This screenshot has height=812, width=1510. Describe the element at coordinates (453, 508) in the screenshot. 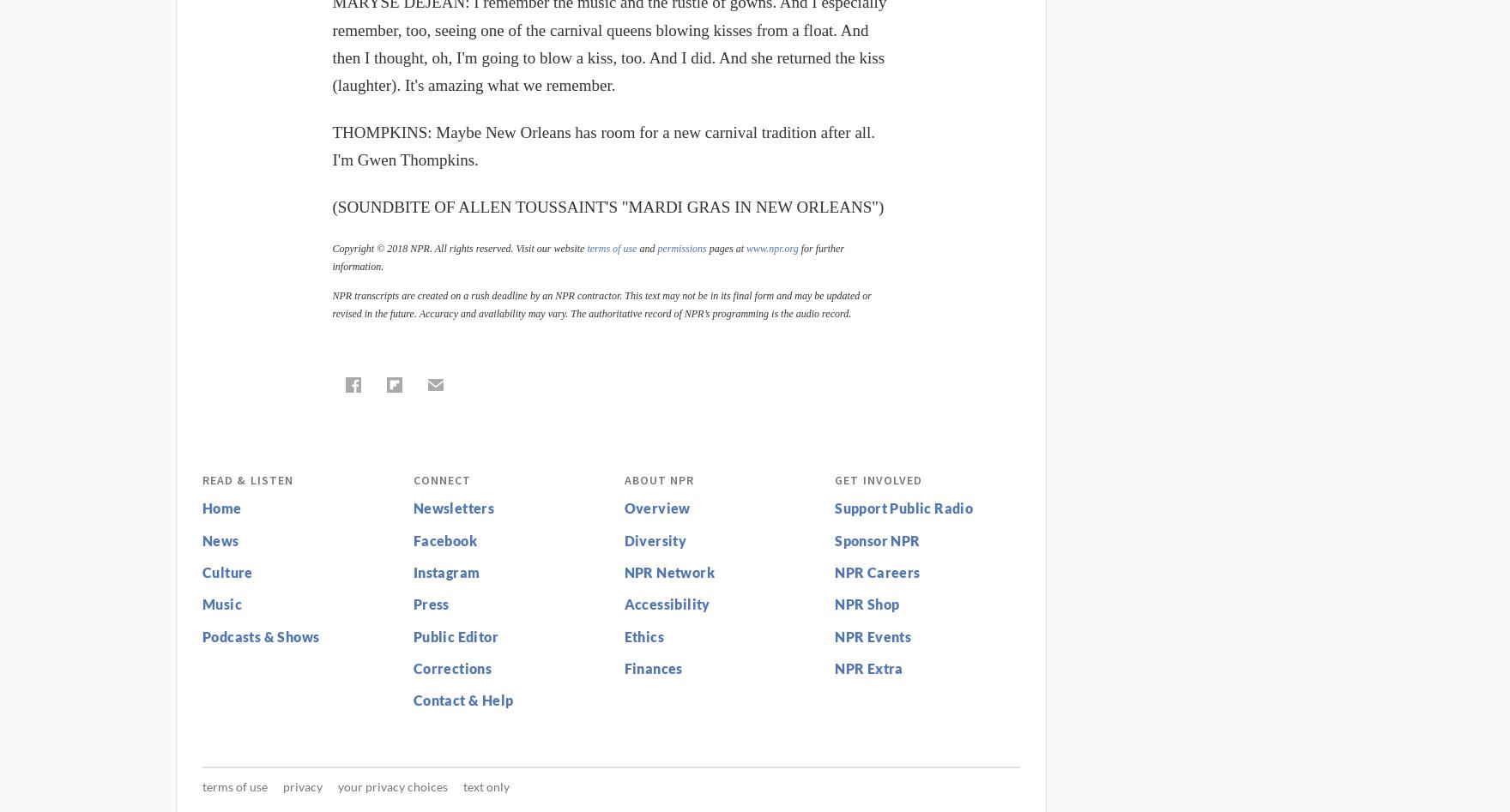

I see `'Newsletters'` at that location.